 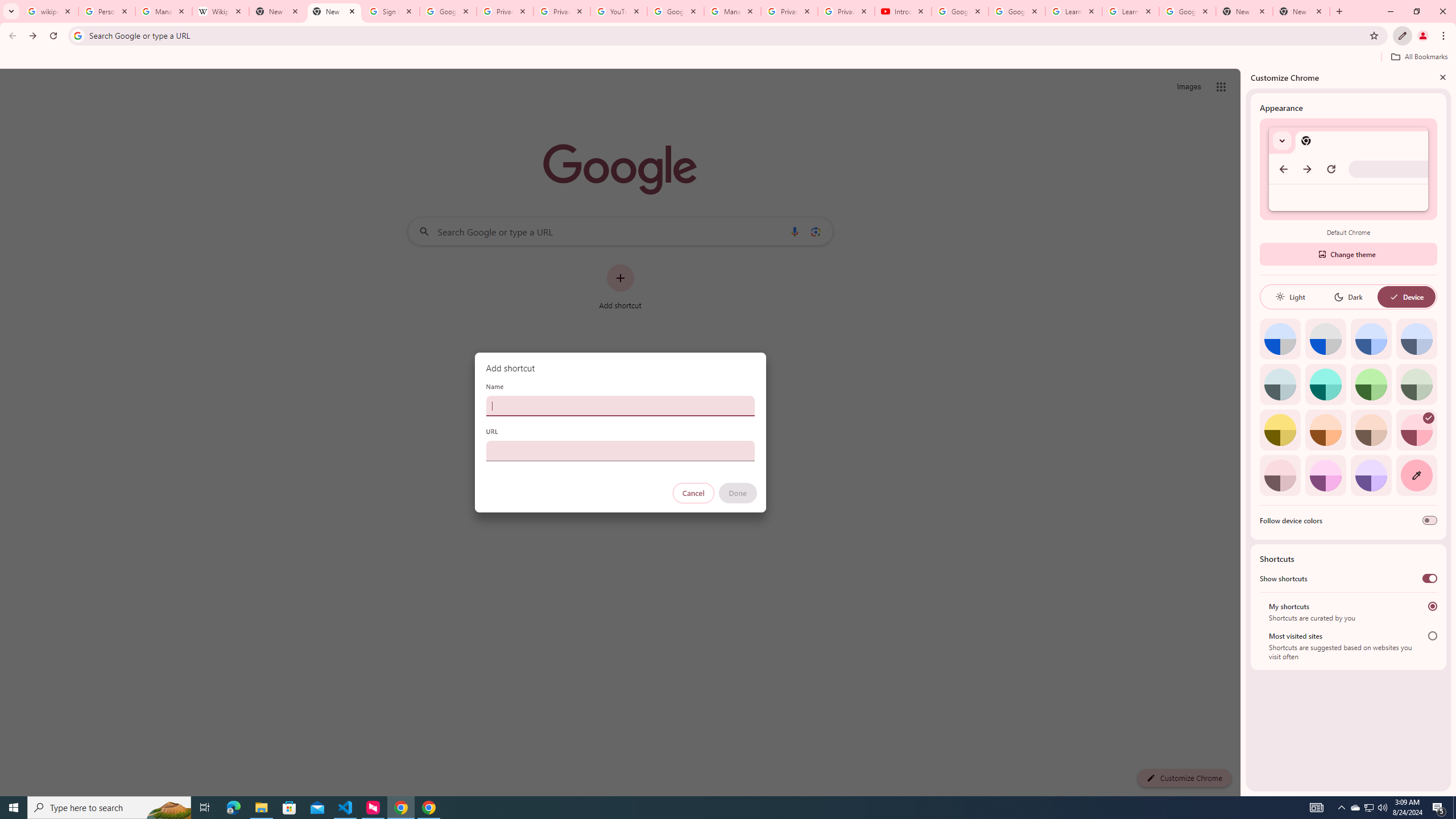 What do you see at coordinates (1325, 338) in the screenshot?
I see `'Grey default color'` at bounding box center [1325, 338].